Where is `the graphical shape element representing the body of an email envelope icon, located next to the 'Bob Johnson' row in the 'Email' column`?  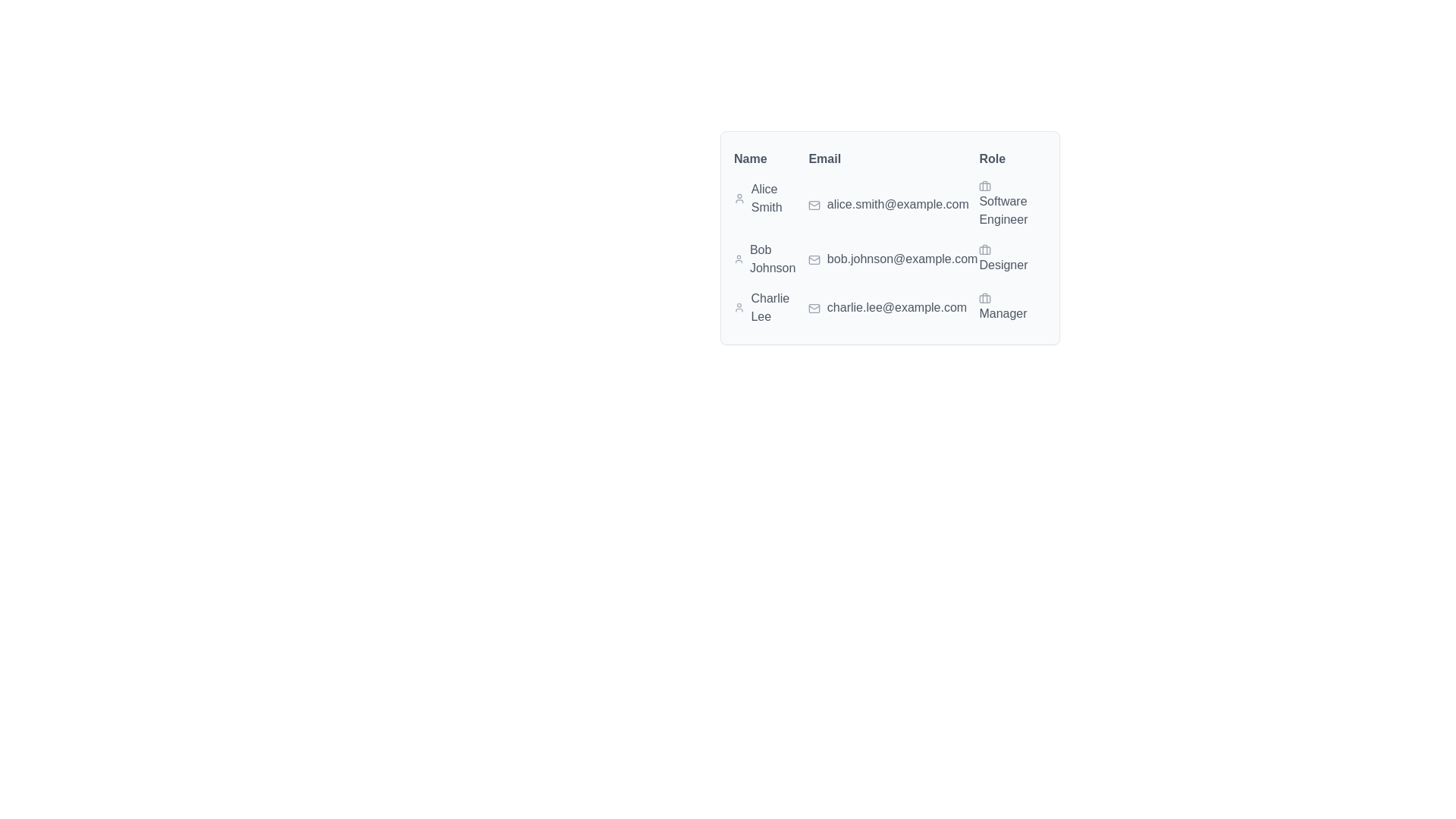
the graphical shape element representing the body of an email envelope icon, located next to the 'Bob Johnson' row in the 'Email' column is located at coordinates (814, 259).